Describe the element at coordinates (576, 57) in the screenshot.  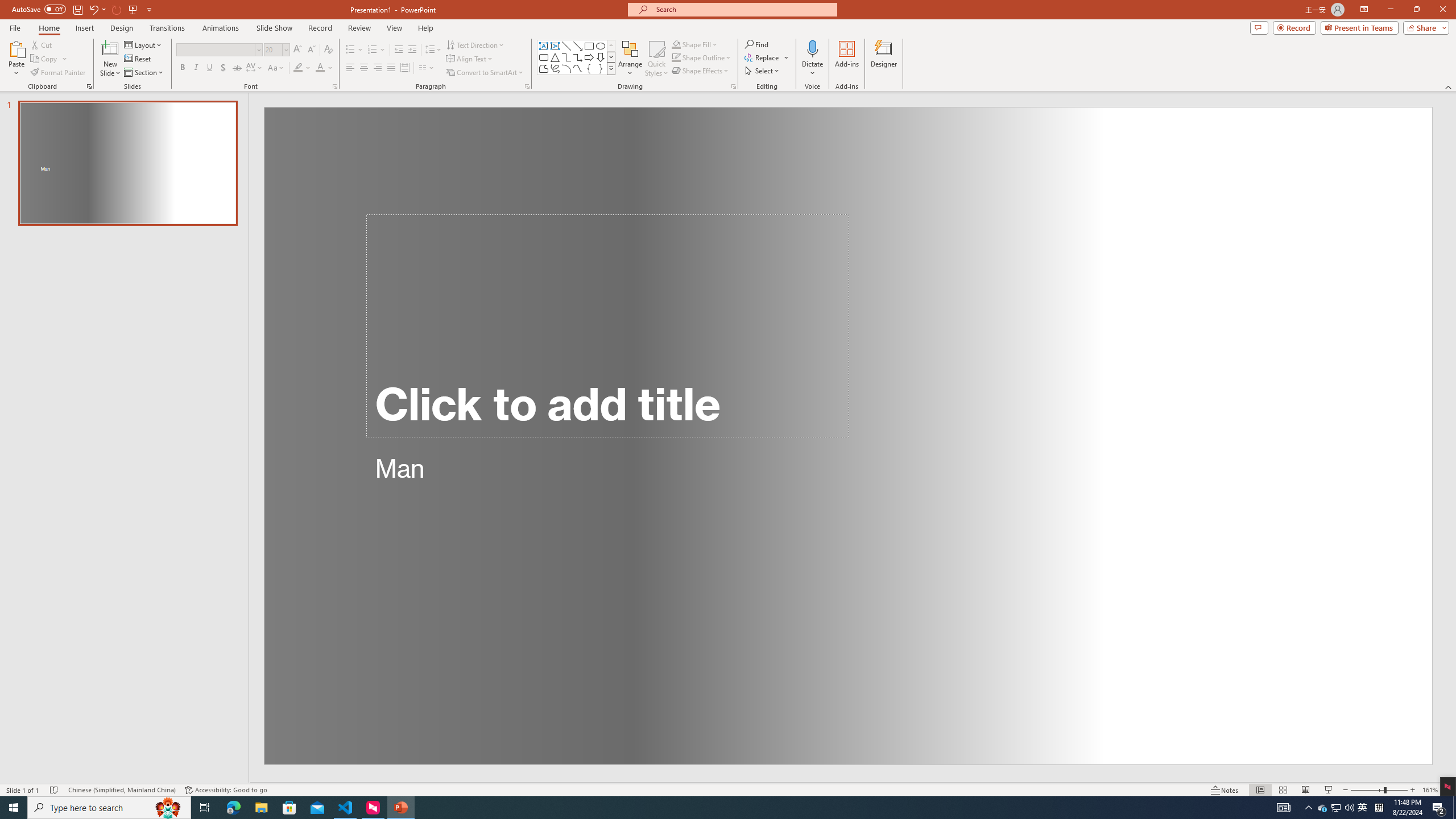
I see `'AutomationID: ShapesInsertGallery'` at that location.